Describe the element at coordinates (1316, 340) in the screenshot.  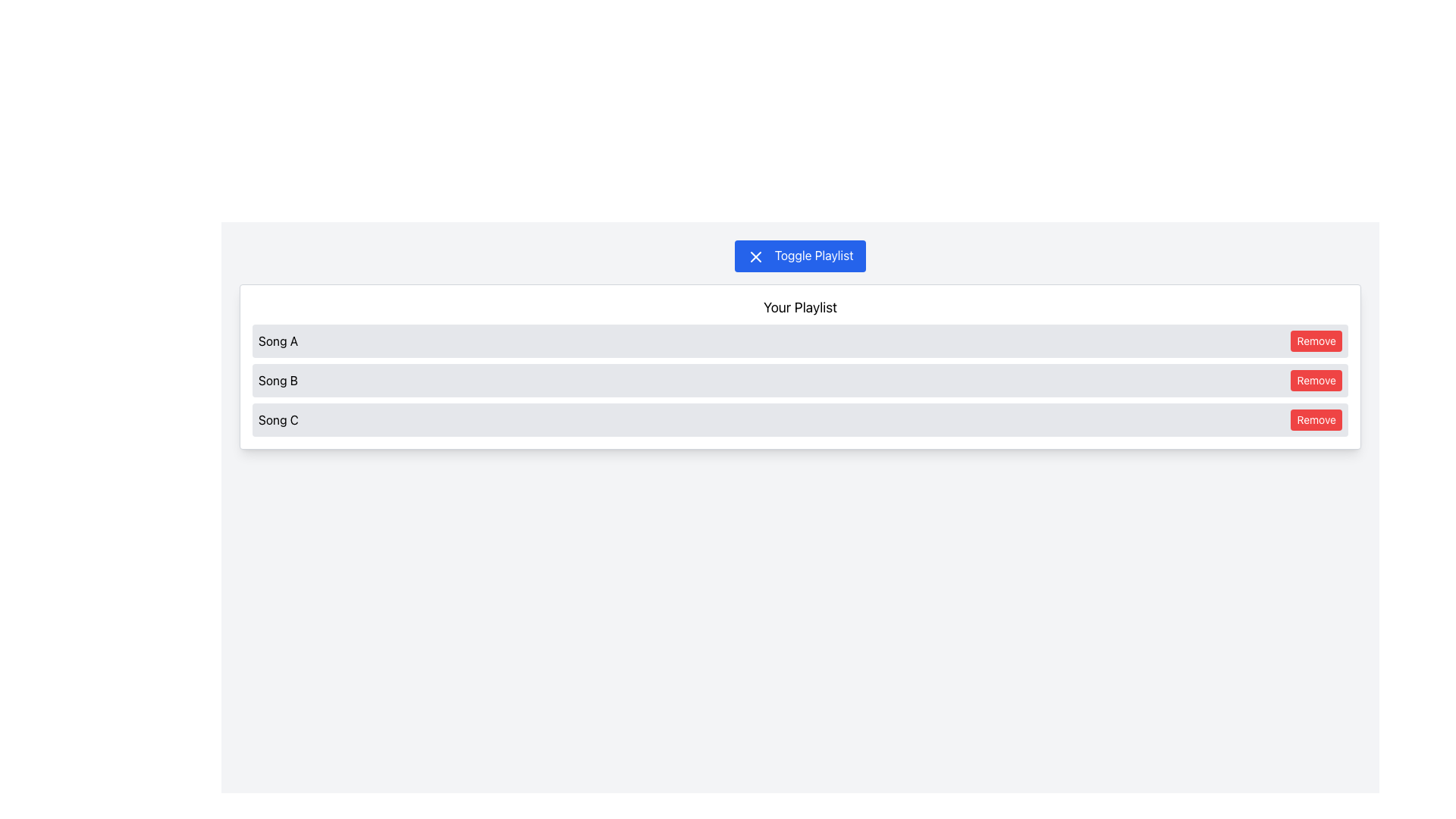
I see `the rounded rectangular button with a red background and white text that says 'Remove'` at that location.